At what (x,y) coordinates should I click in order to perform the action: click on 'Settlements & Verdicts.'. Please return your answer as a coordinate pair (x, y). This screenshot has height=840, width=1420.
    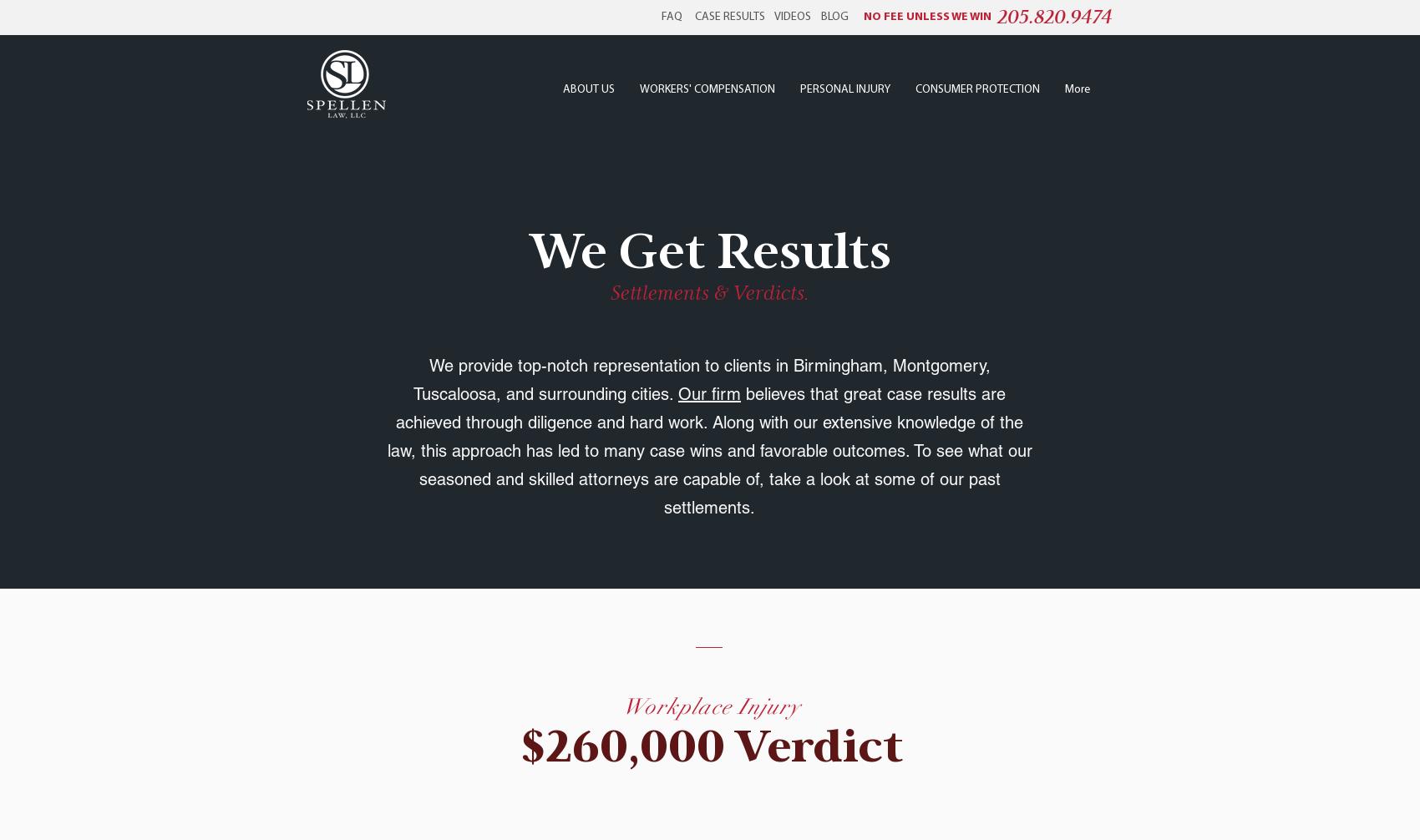
    Looking at the image, I should click on (710, 292).